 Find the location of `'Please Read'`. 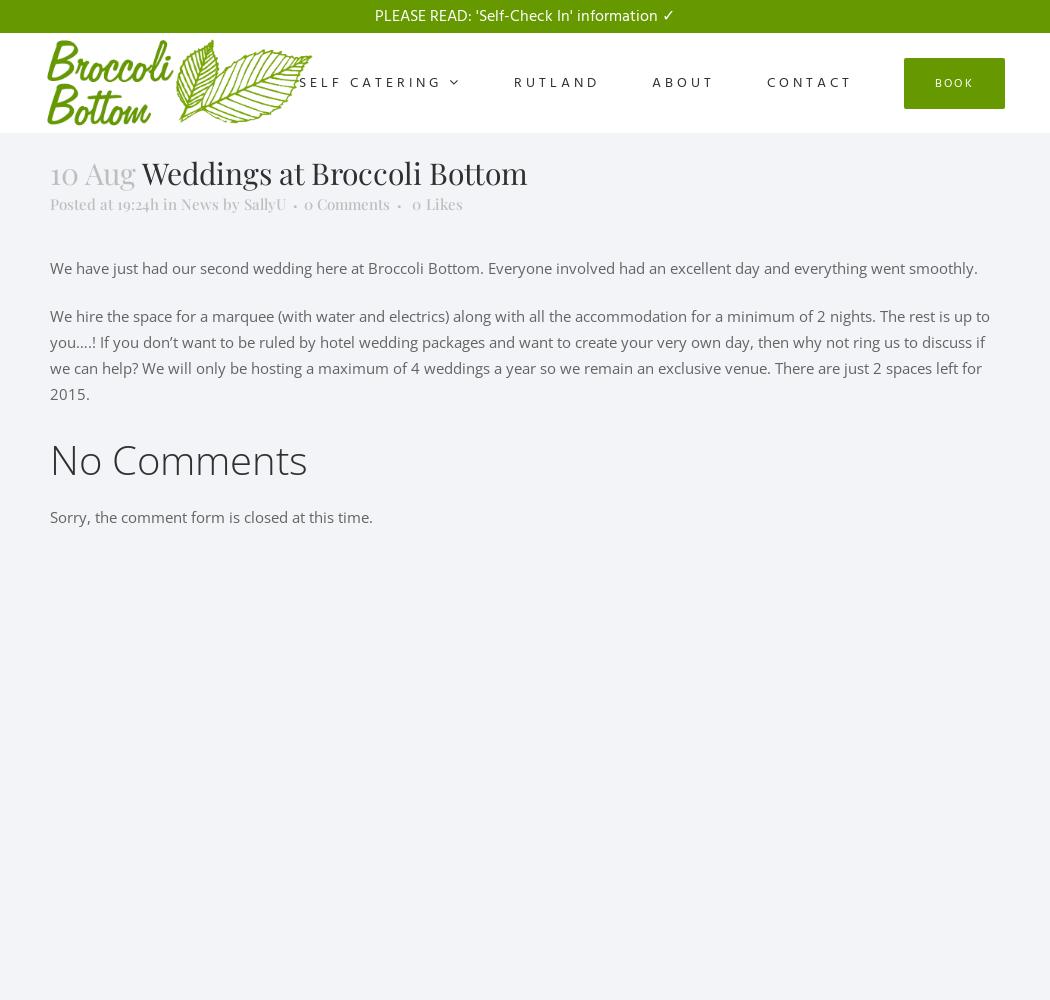

'Please Read' is located at coordinates (420, 16).